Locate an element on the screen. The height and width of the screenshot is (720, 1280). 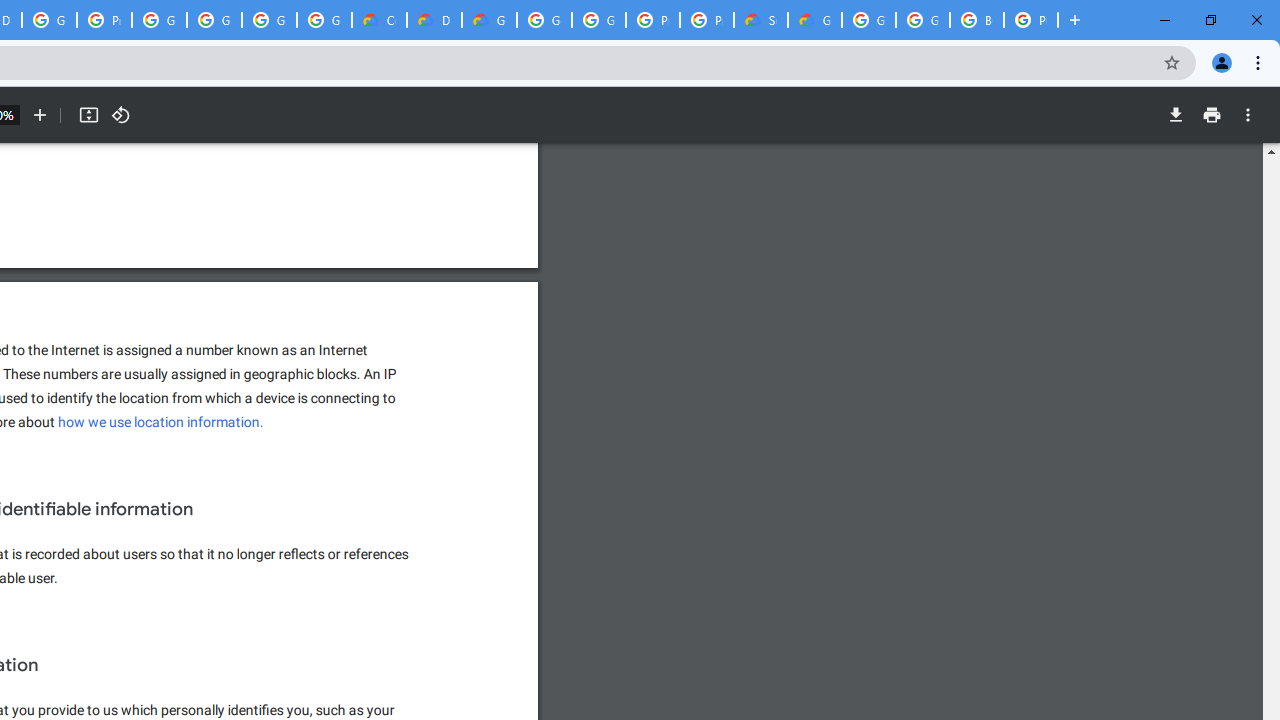
'More actions' is located at coordinates (1247, 115).